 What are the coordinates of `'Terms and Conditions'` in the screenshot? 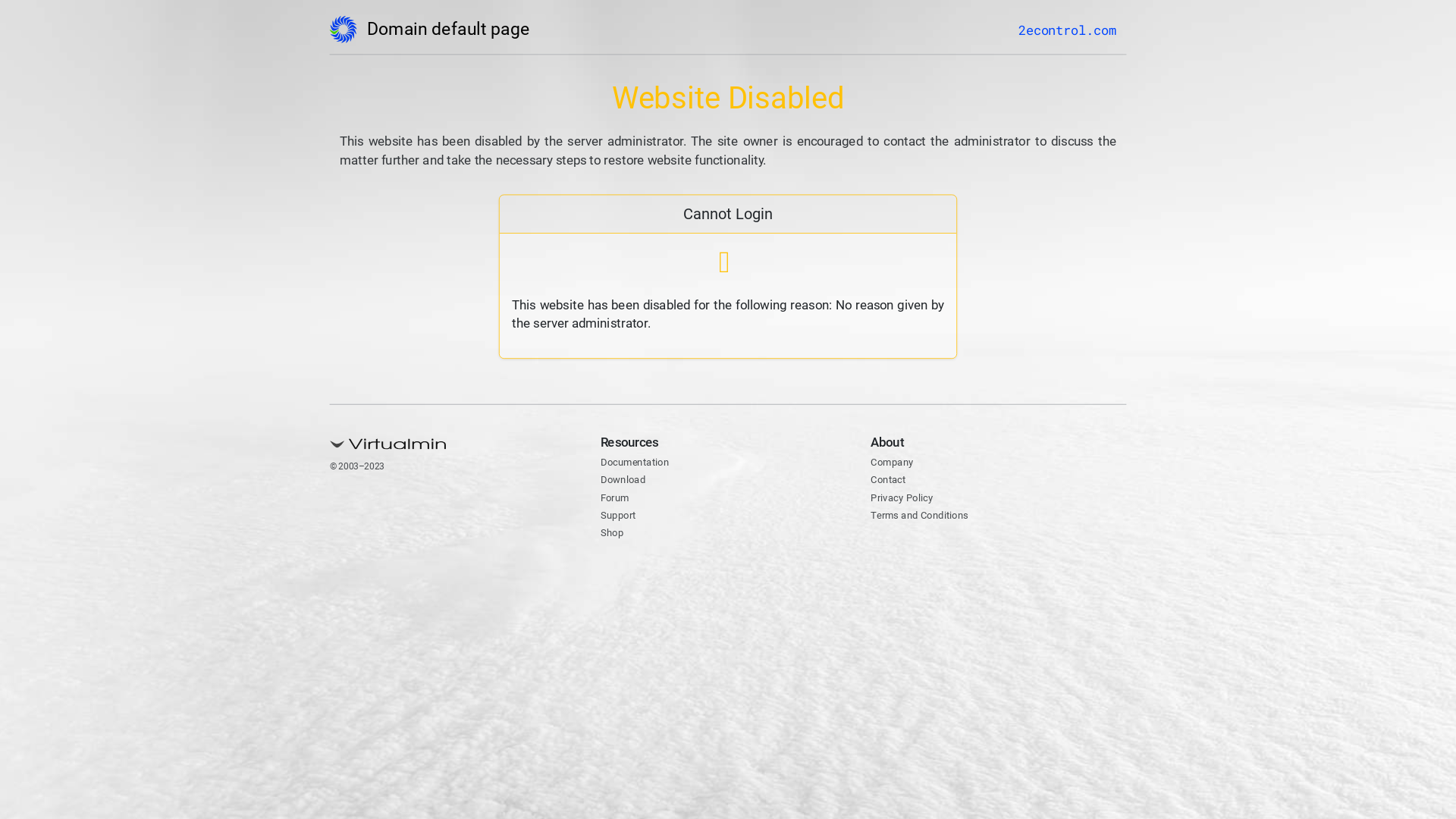 It's located at (870, 515).